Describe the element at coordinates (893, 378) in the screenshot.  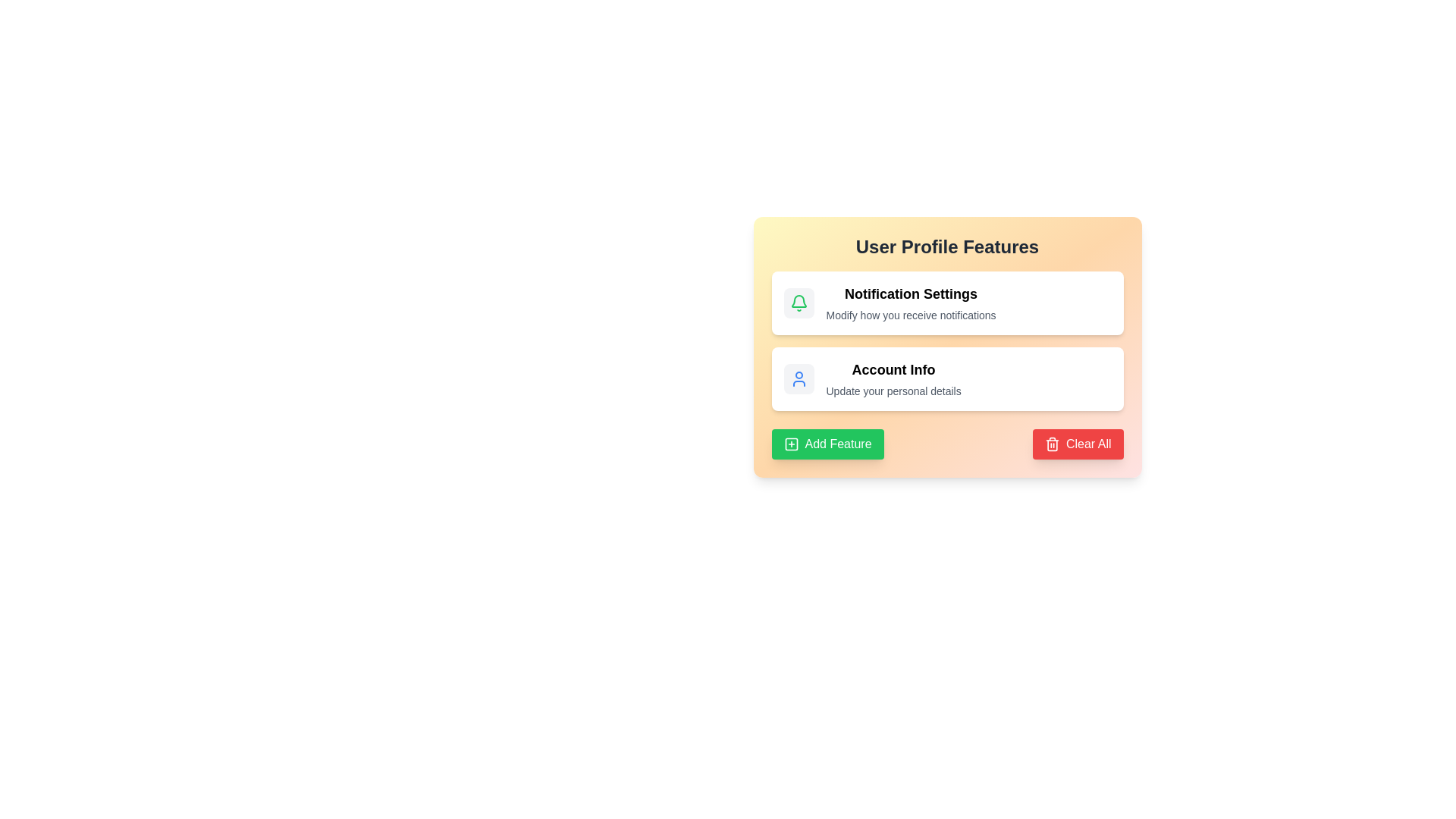
I see `the text label or informational card displaying user information, located in the second card under 'User Profile Features', centered below 'Notification Settings' and above 'Add Feature' and 'Clear All' buttons` at that location.